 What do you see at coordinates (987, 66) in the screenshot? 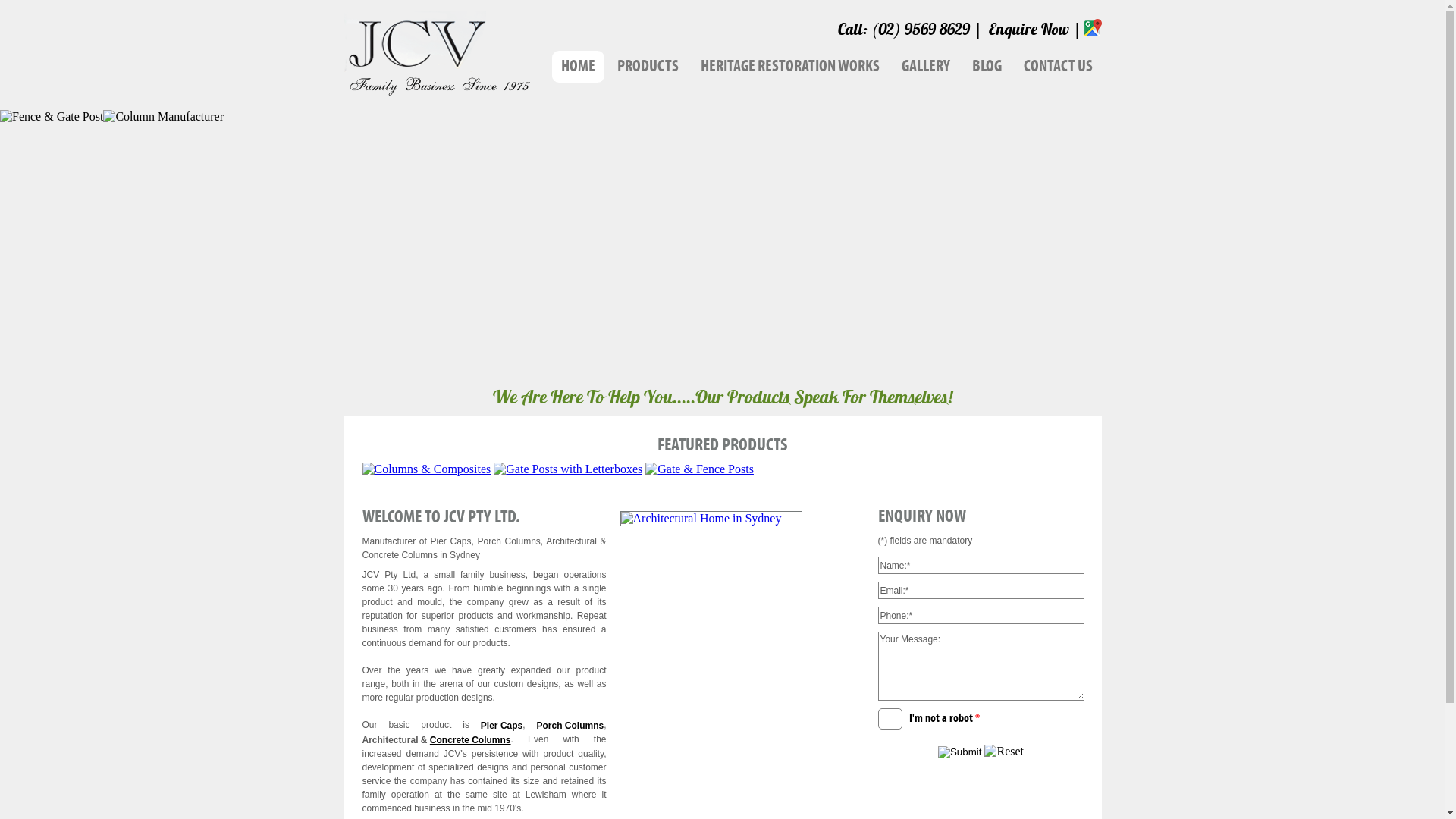
I see `'BLOG'` at bounding box center [987, 66].